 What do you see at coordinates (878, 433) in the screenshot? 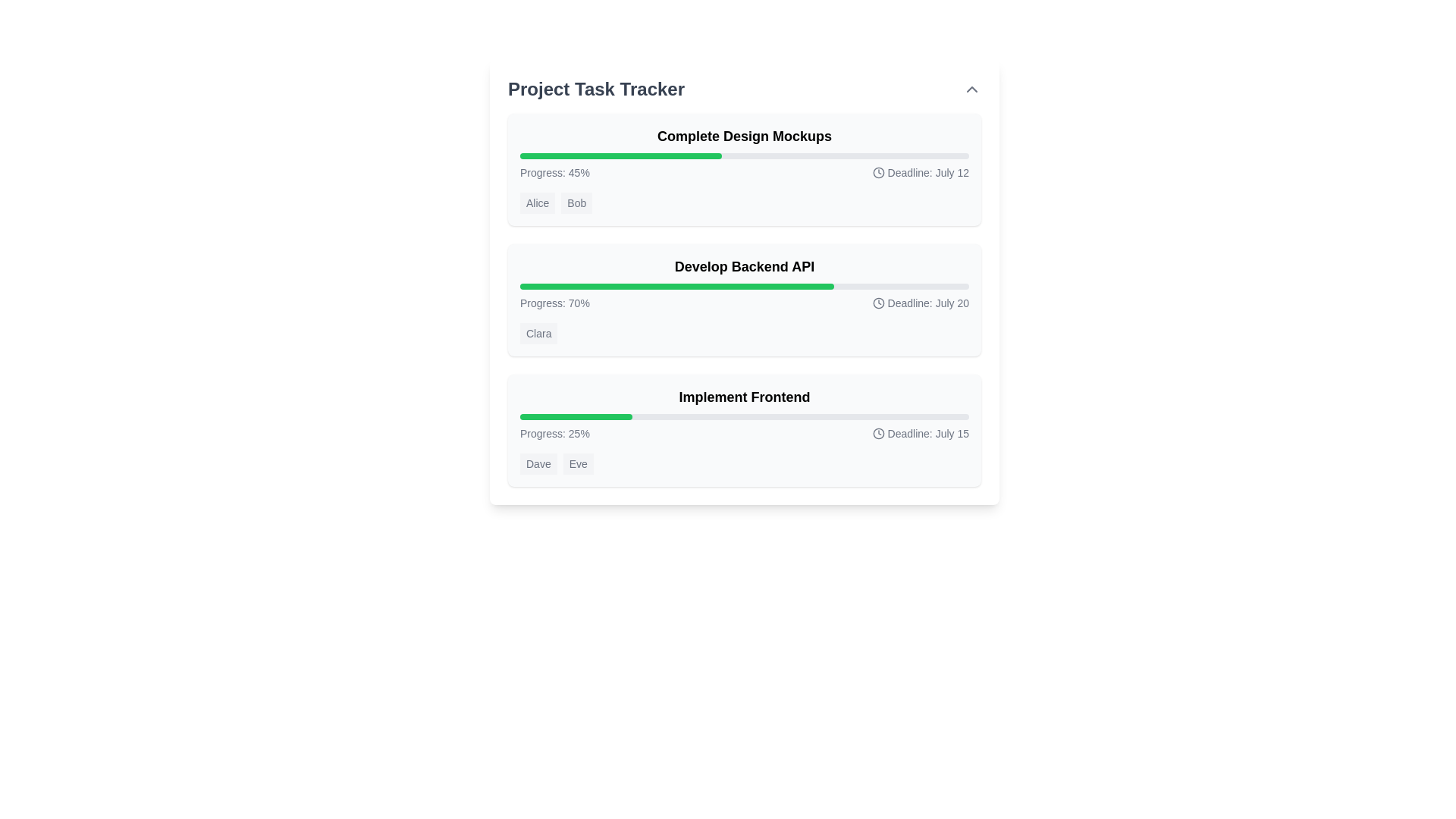
I see `the deadline icon located on the far-right side of the 'Implement Frontend' task section, aligned with the text 'Deadline: July 15'` at bounding box center [878, 433].